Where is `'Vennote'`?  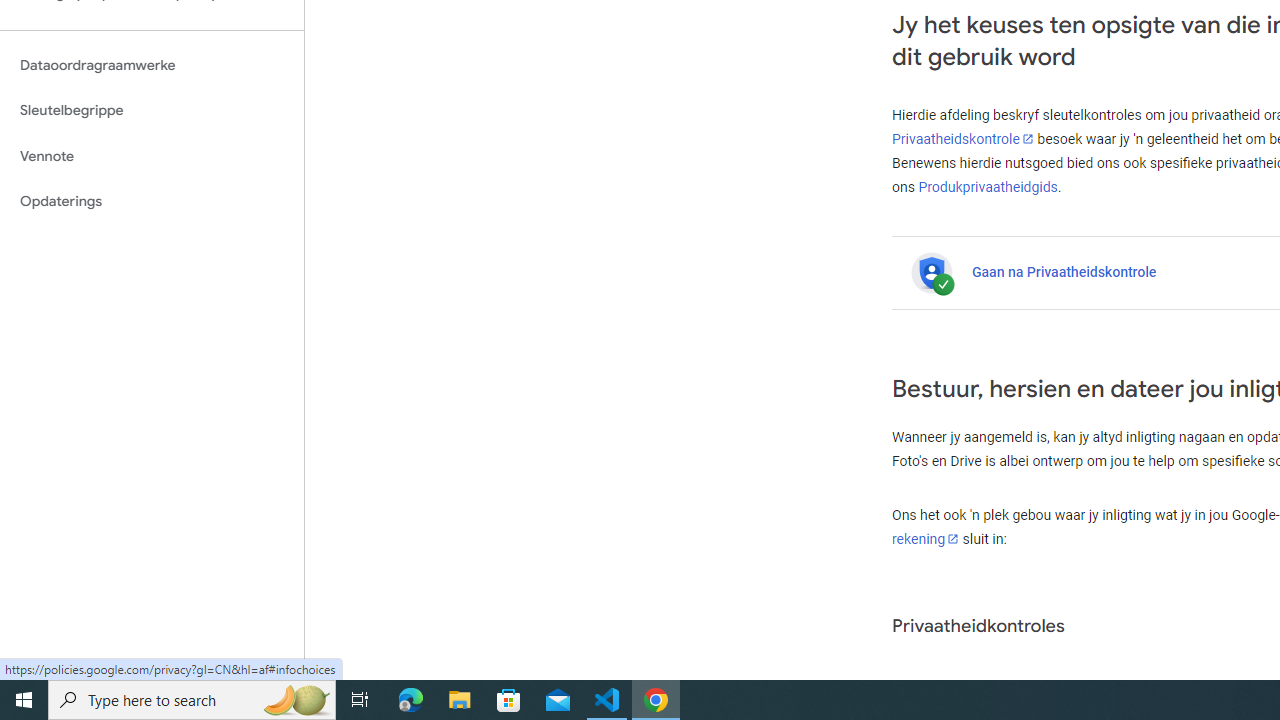 'Vennote' is located at coordinates (151, 155).